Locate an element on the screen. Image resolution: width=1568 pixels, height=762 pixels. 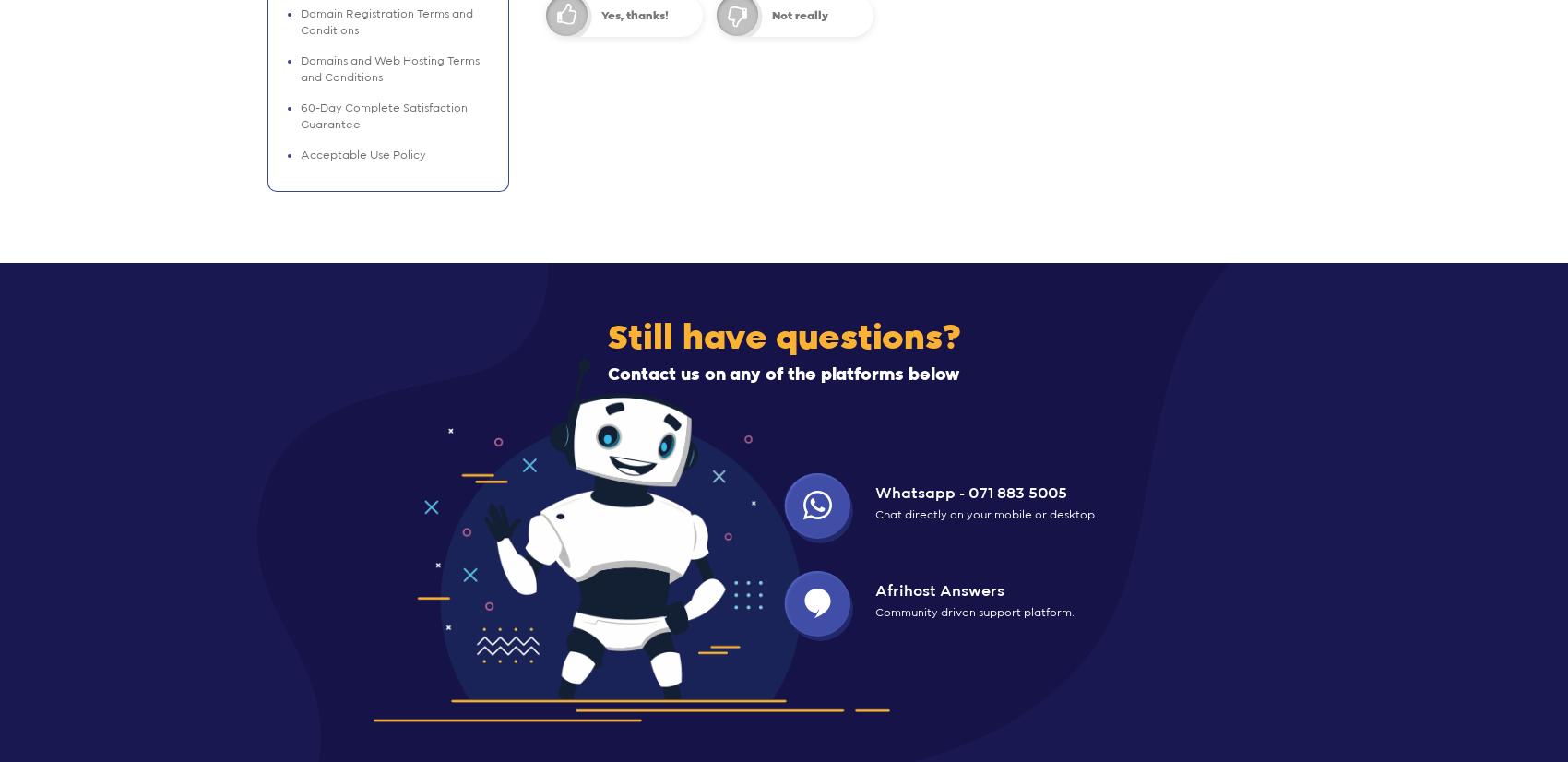
'Domain Registration Terms and Conditions' is located at coordinates (386, 22).